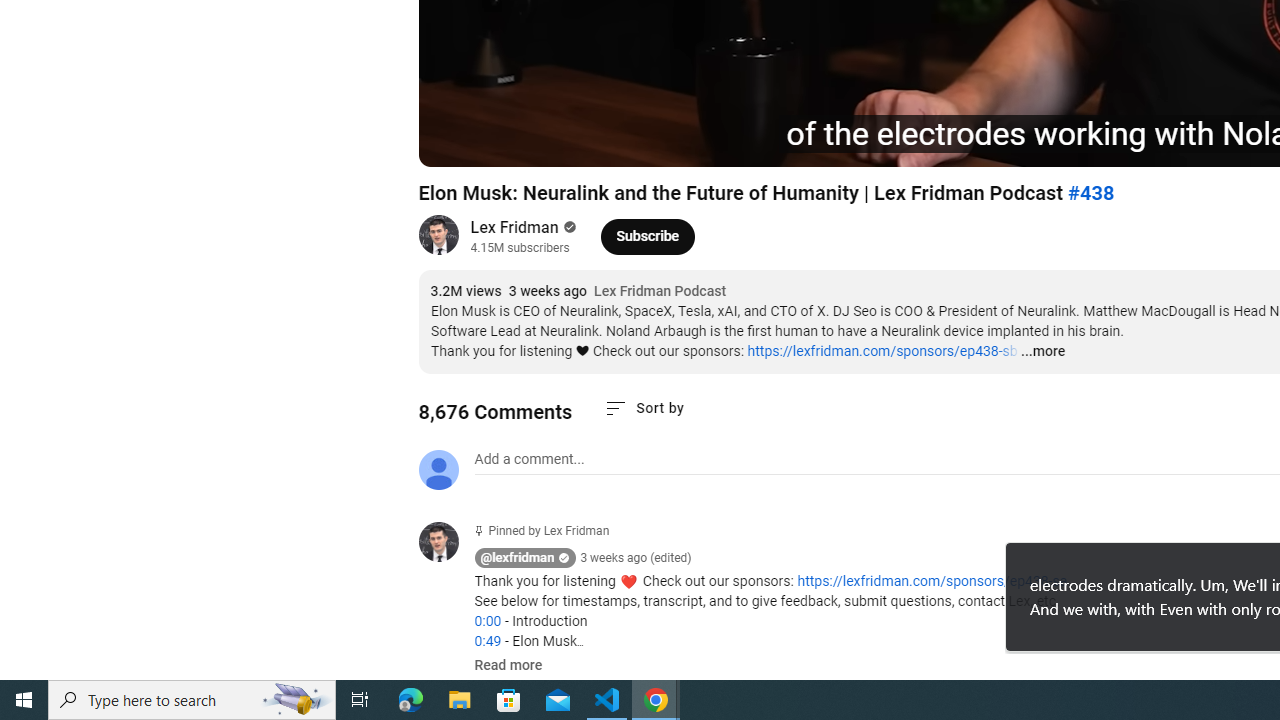 This screenshot has width=1280, height=720. Describe the element at coordinates (635, 558) in the screenshot. I see `'3 weeks ago (edited)'` at that location.